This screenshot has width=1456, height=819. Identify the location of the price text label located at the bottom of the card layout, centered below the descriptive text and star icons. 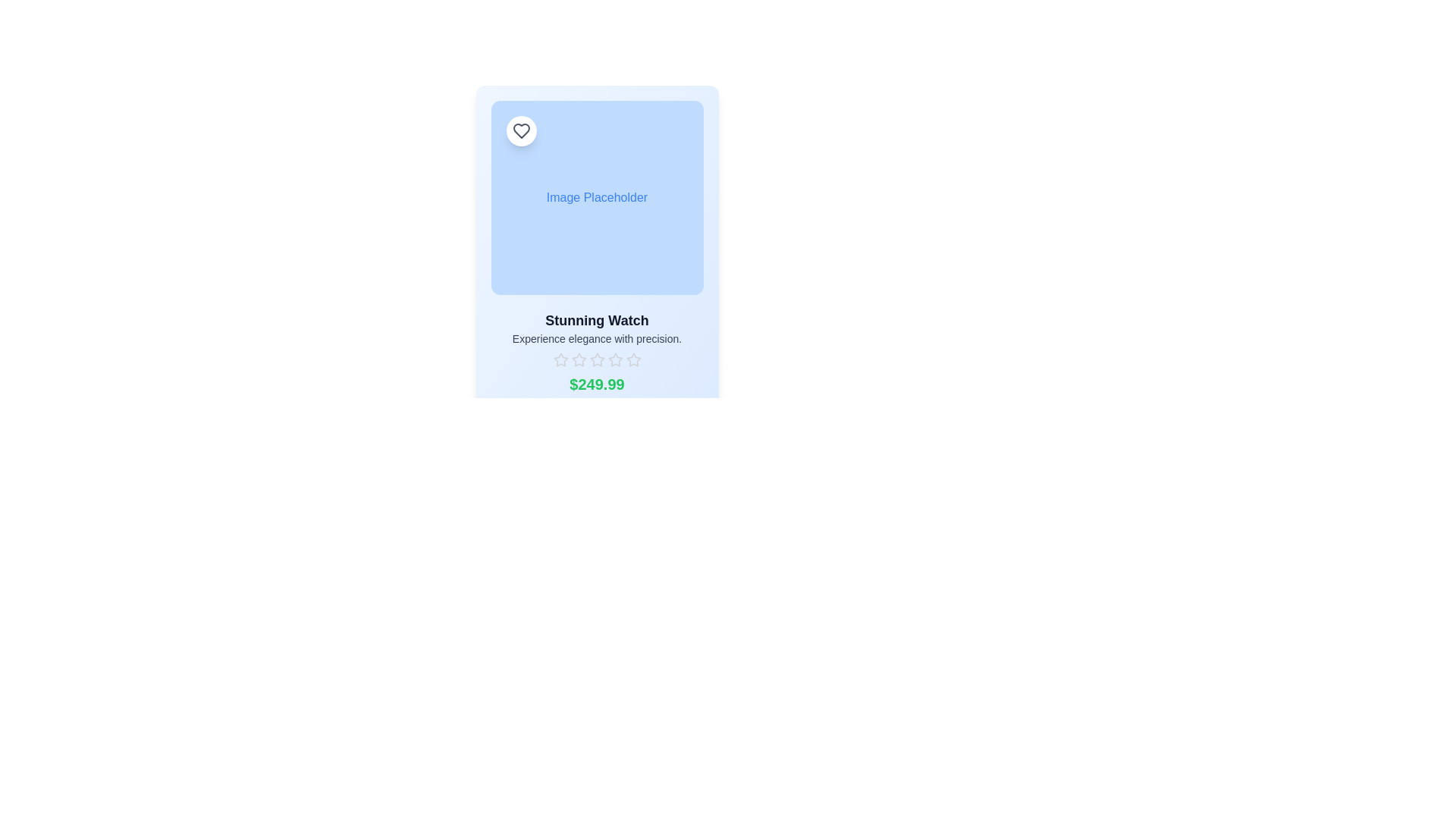
(596, 383).